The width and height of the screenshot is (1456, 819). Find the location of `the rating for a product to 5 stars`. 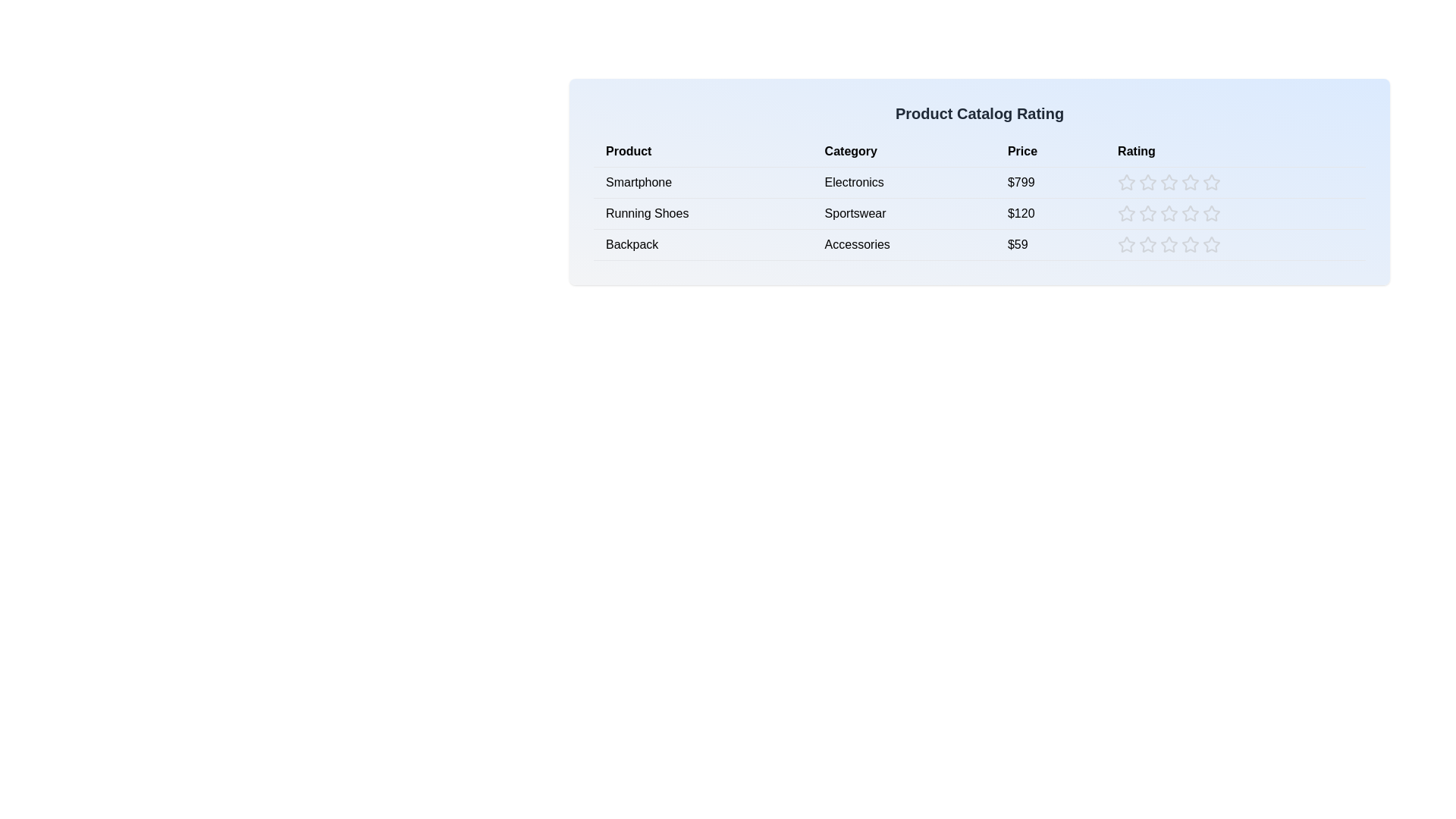

the rating for a product to 5 stars is located at coordinates (1211, 181).